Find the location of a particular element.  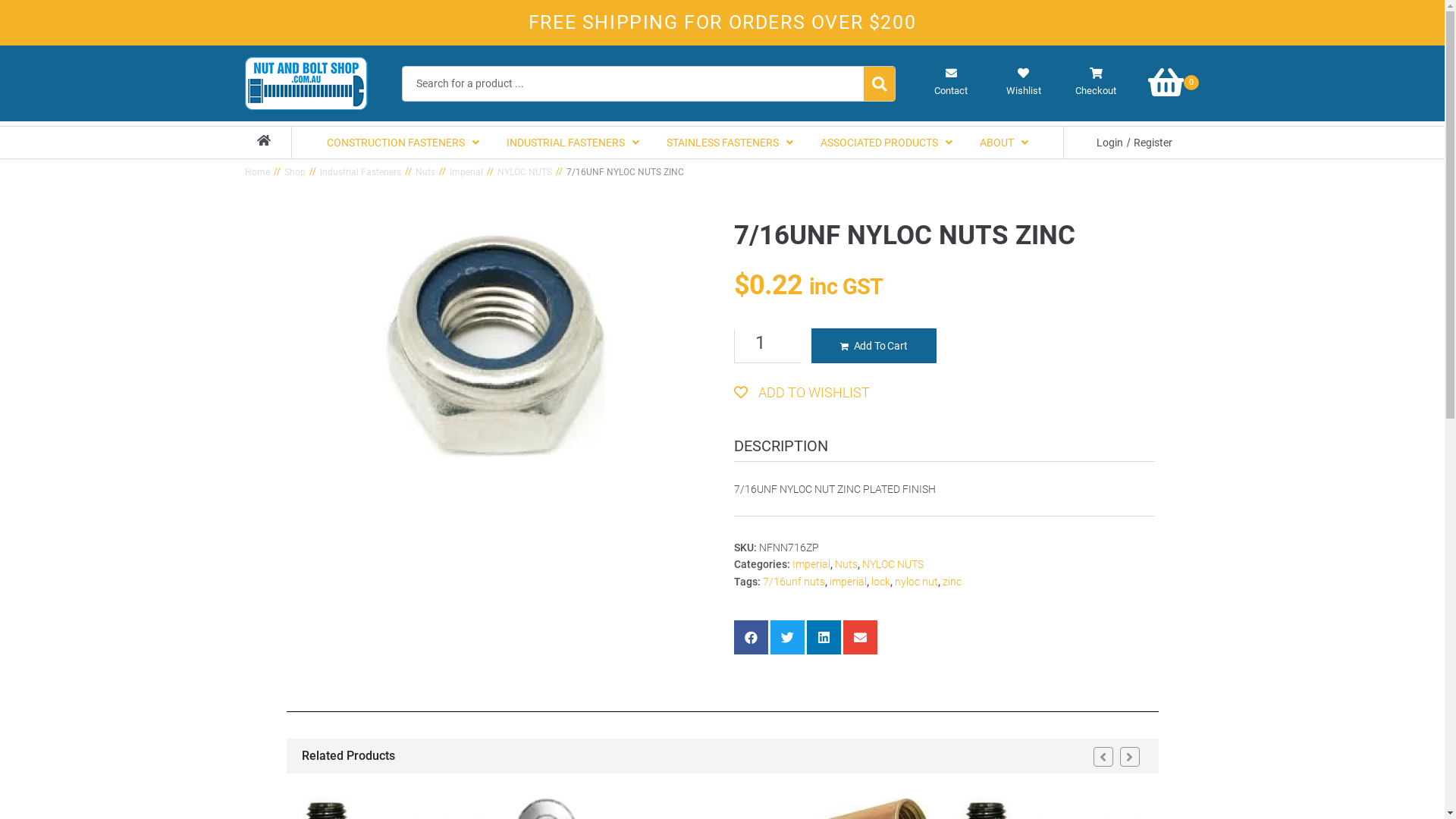

'ABOUT' is located at coordinates (1004, 143).